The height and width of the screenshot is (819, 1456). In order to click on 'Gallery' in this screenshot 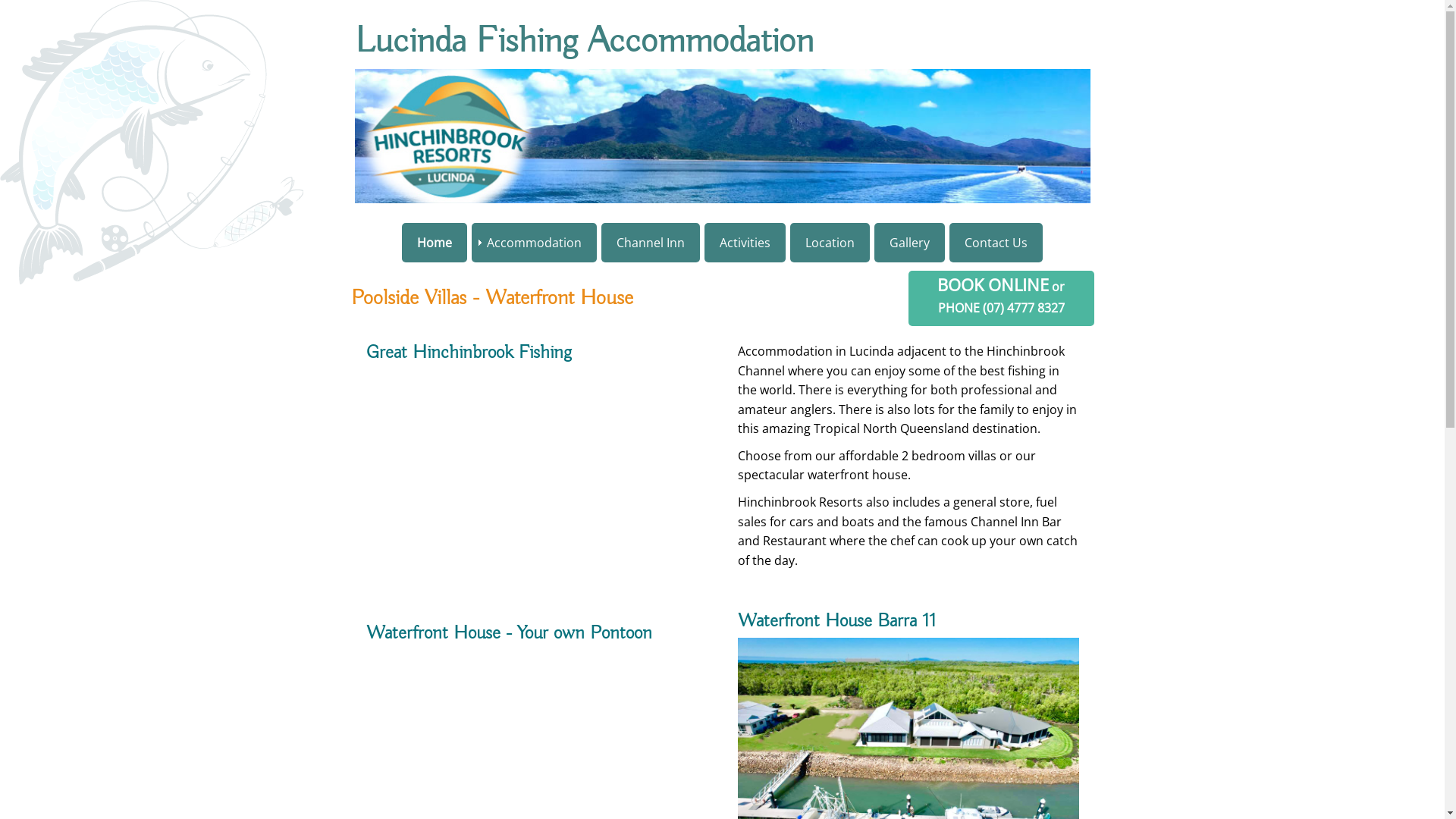, I will do `click(909, 242)`.